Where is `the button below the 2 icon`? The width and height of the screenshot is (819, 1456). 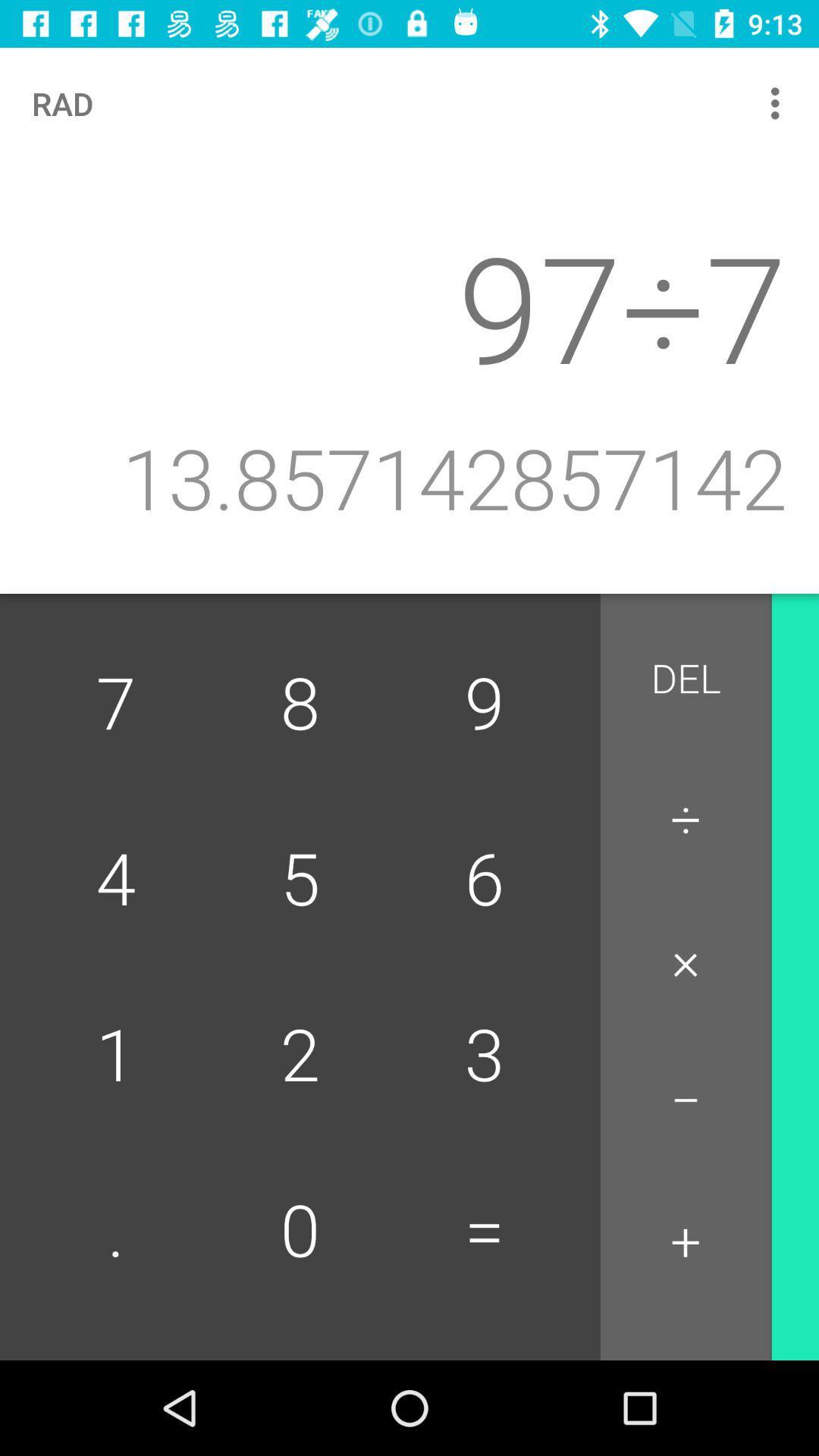 the button below the 2 icon is located at coordinates (485, 1232).